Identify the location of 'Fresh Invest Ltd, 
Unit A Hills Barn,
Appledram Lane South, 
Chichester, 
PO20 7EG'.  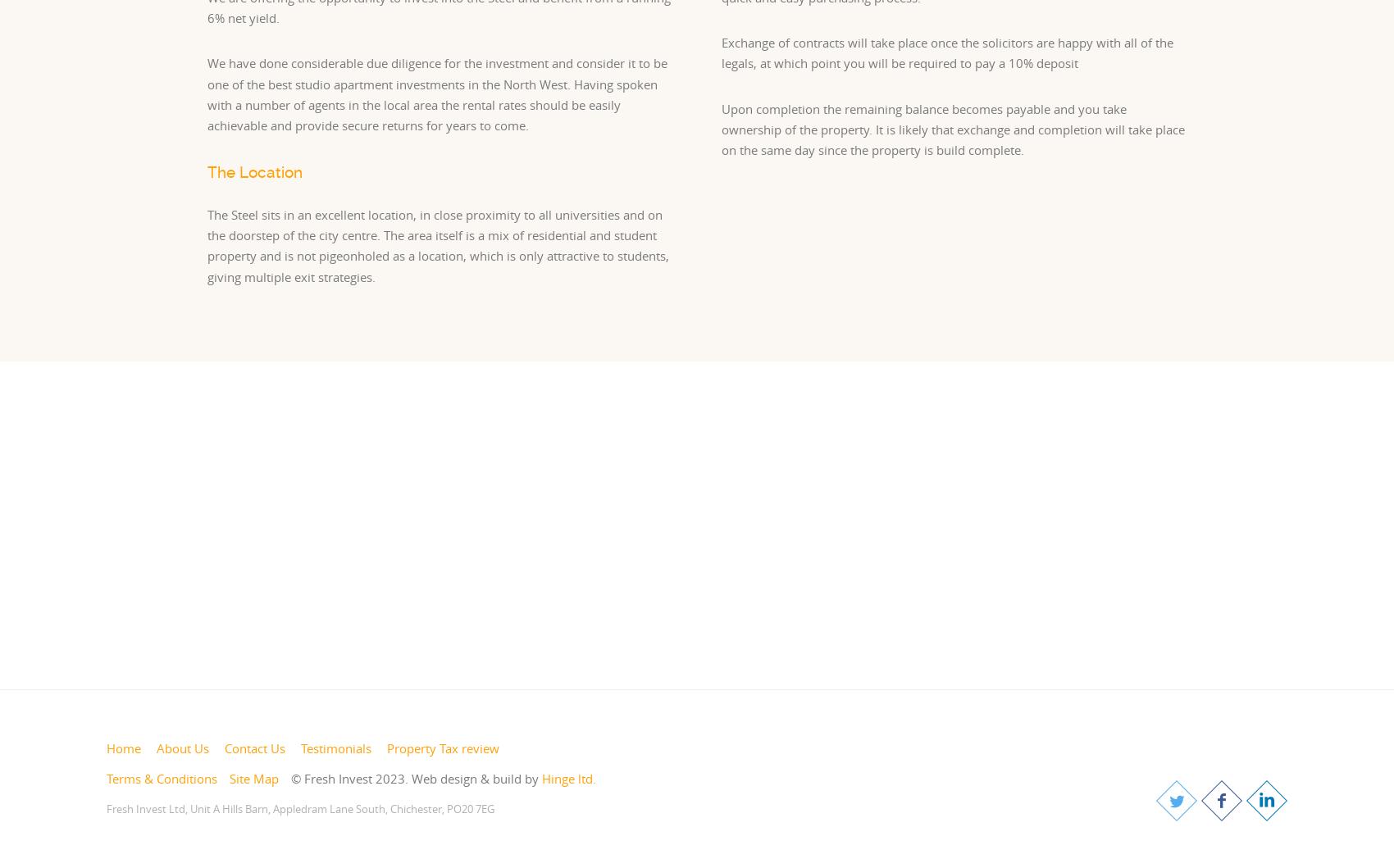
(299, 807).